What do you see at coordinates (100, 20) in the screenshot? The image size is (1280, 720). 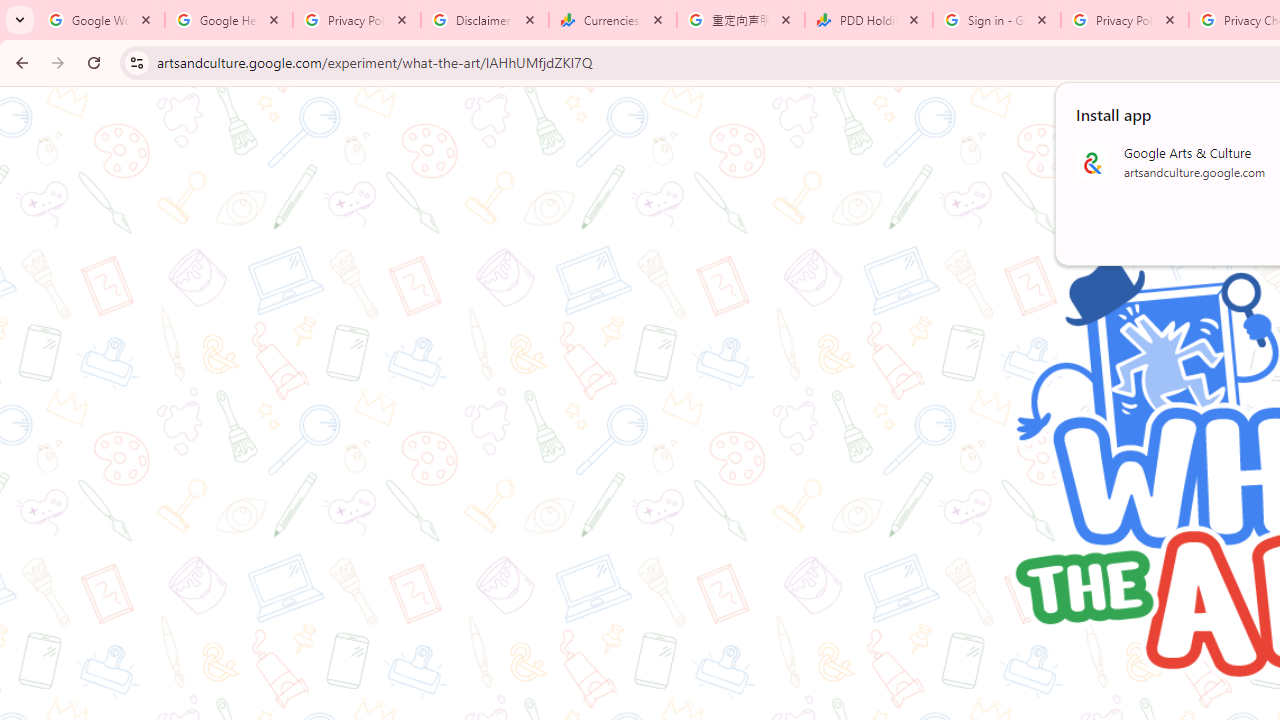 I see `'Google Workspace Admin Community'` at bounding box center [100, 20].